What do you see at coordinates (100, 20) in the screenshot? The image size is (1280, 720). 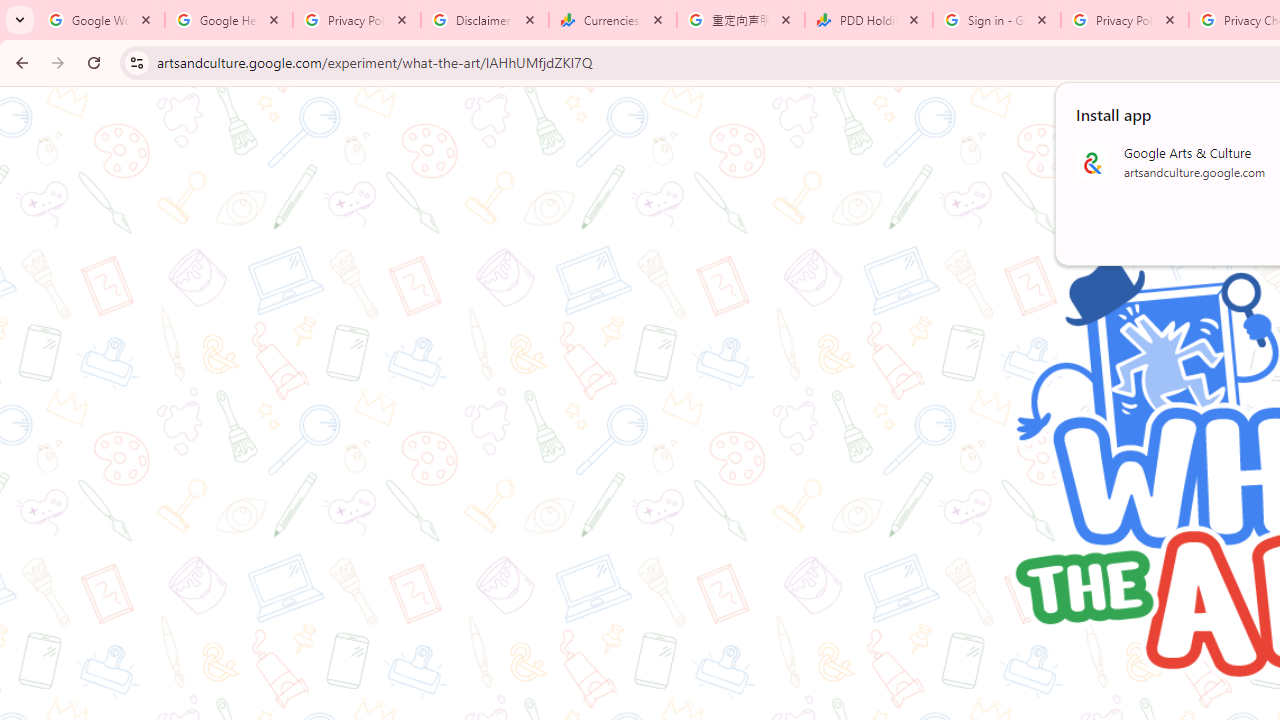 I see `'Google Workspace Admin Community'` at bounding box center [100, 20].